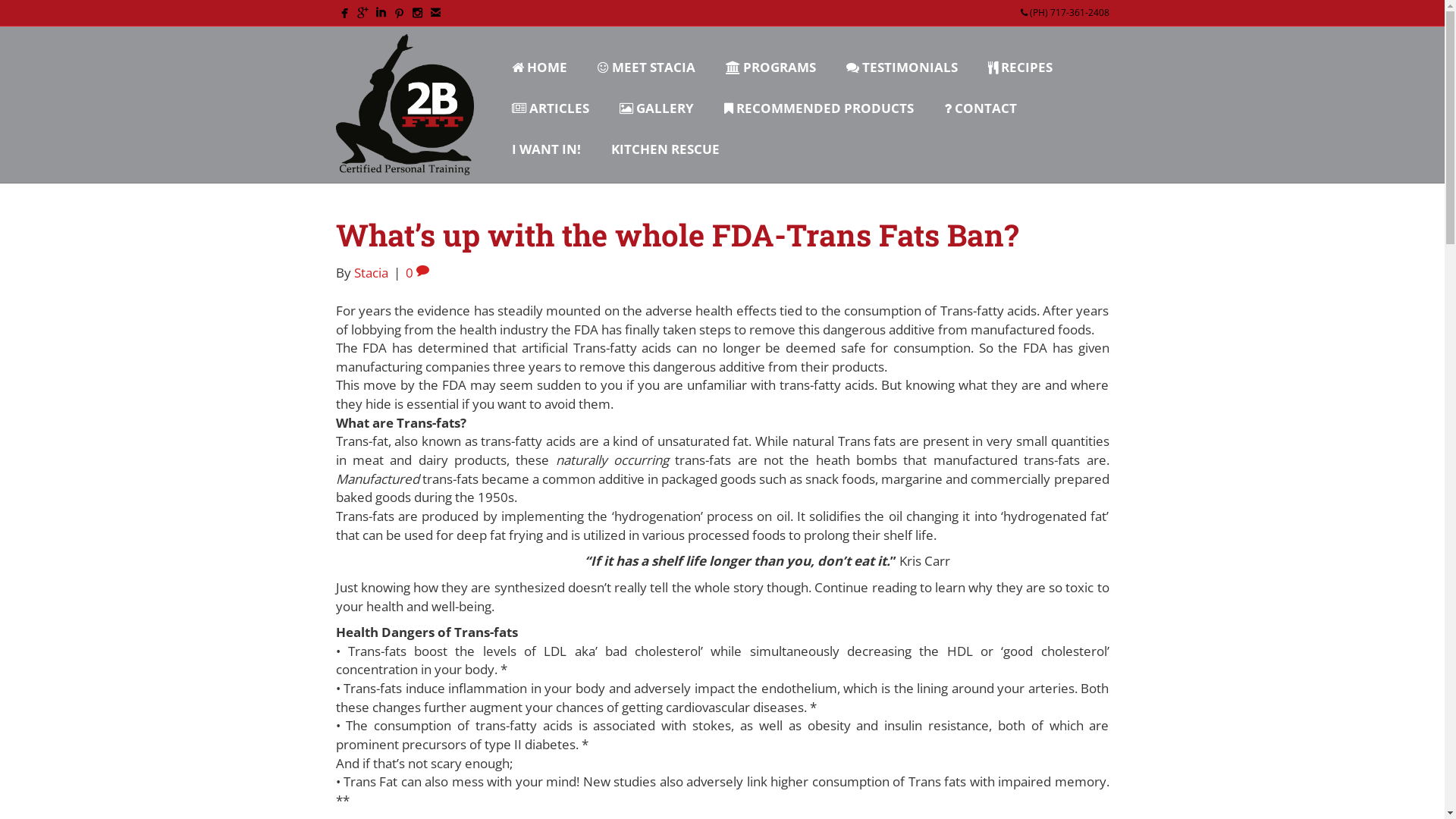 The image size is (1456, 819). I want to click on 'Stacia', so click(370, 271).